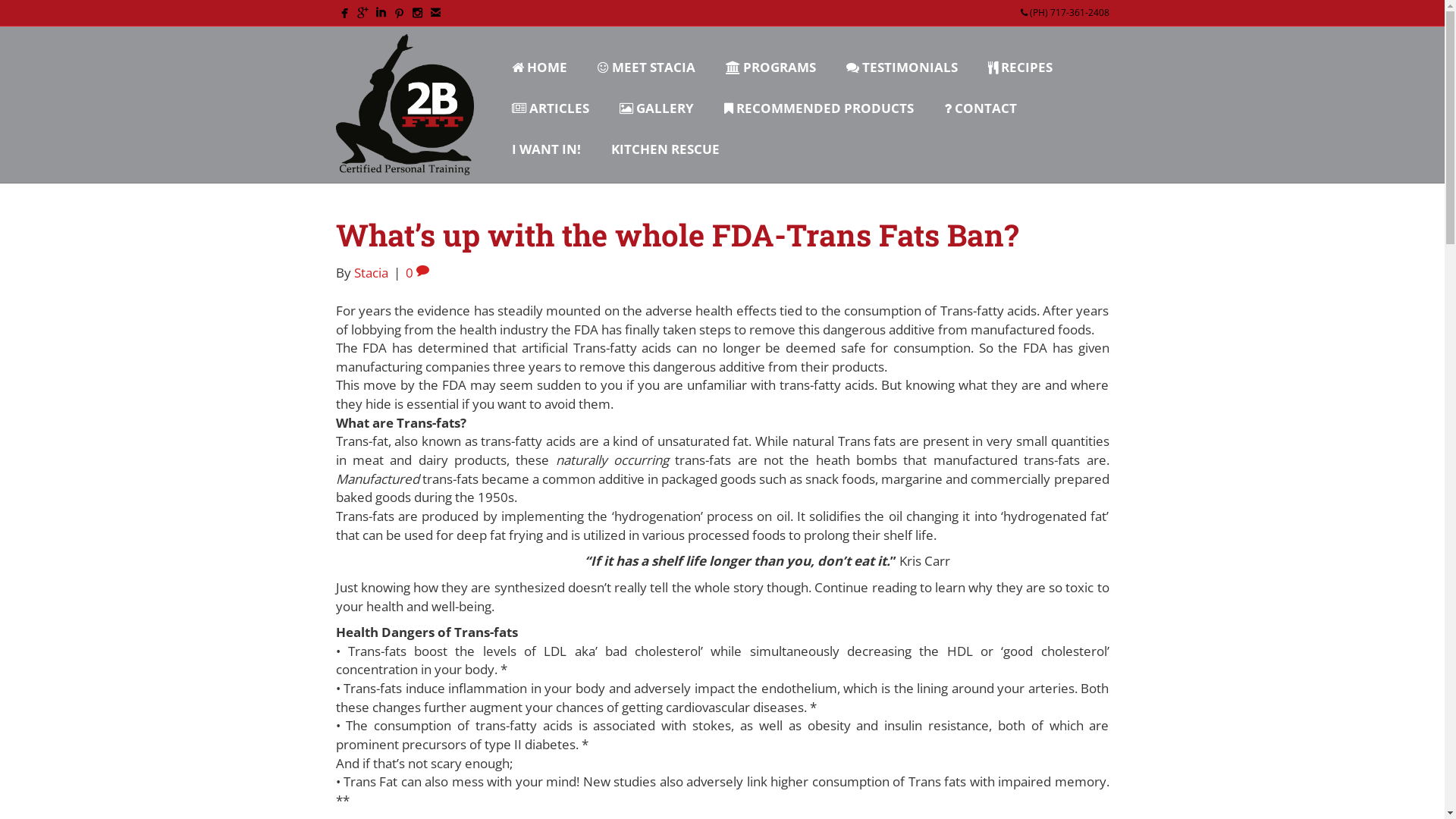 The image size is (1456, 819). I want to click on 'Stacia', so click(370, 271).